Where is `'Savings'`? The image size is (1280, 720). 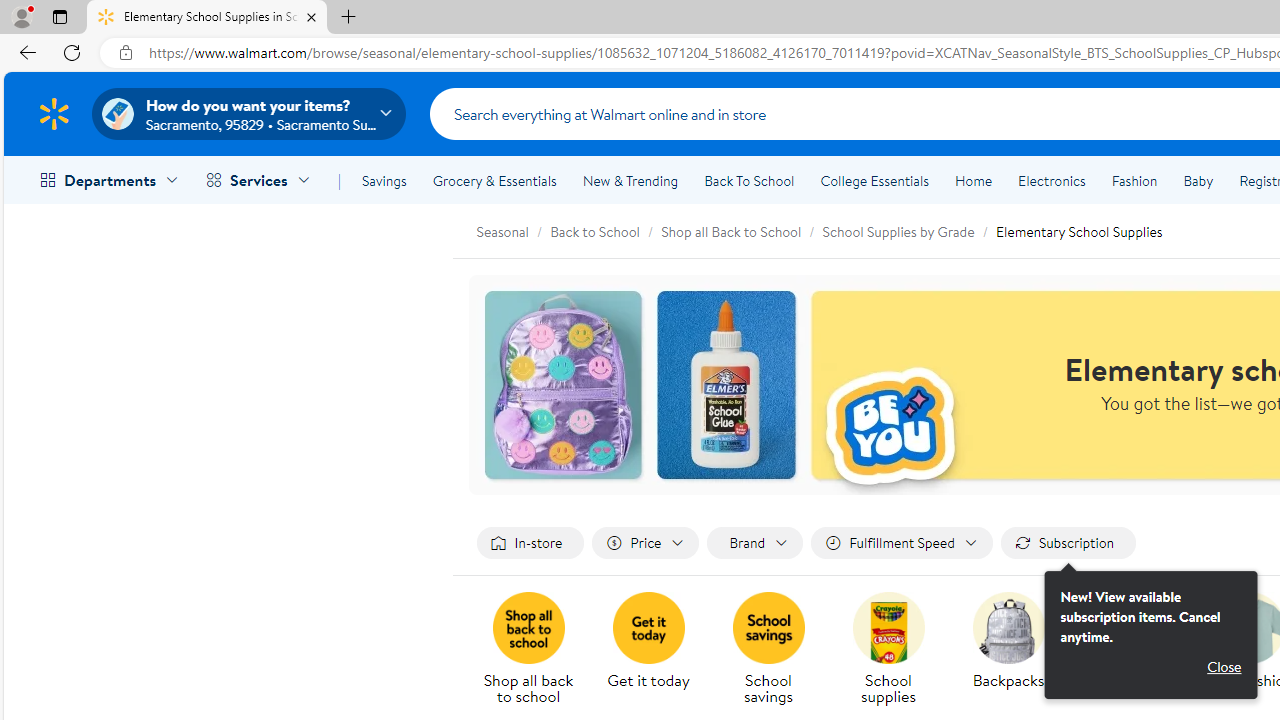
'Savings' is located at coordinates (384, 181).